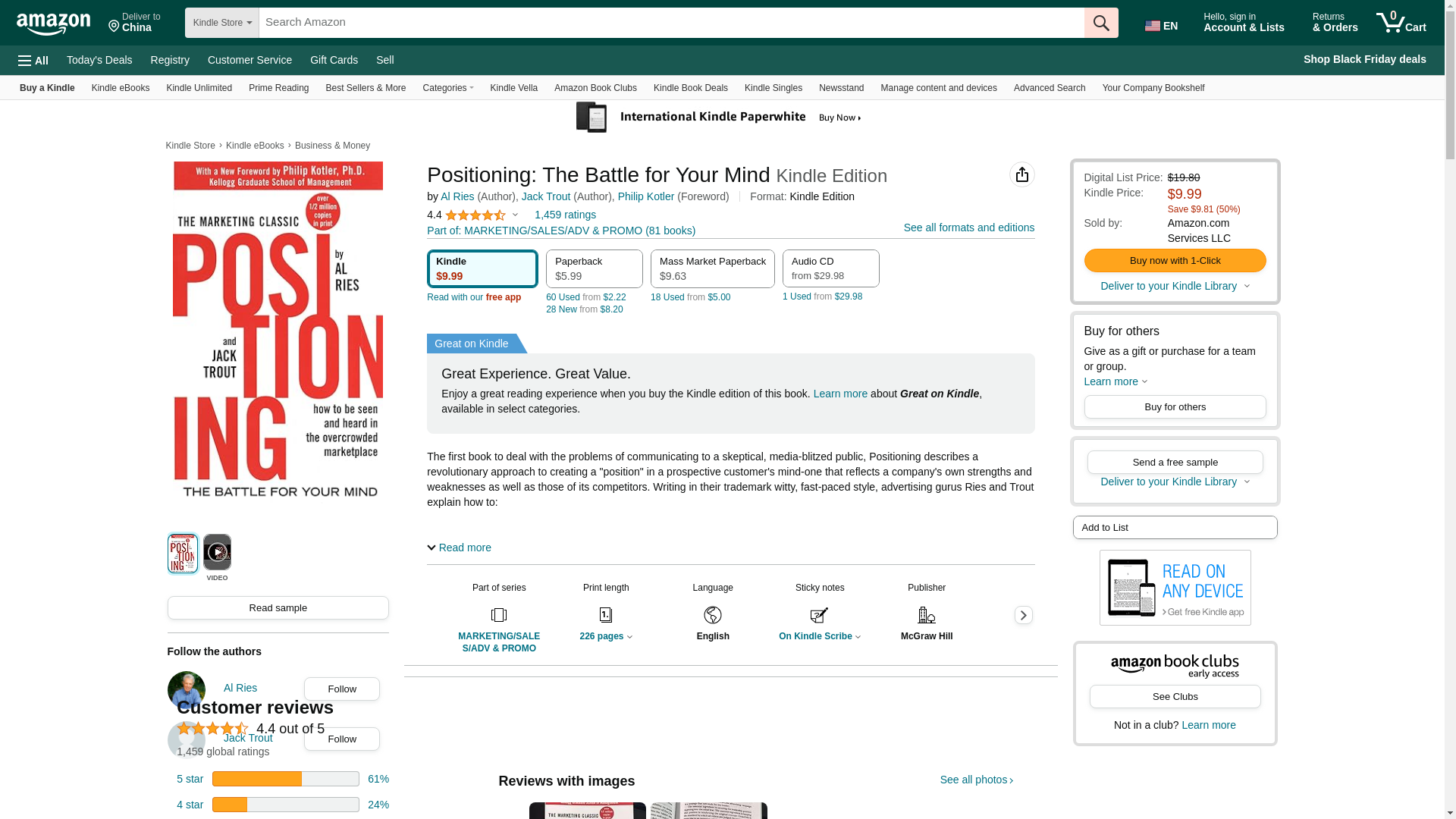  I want to click on '5 star', so click(189, 778).